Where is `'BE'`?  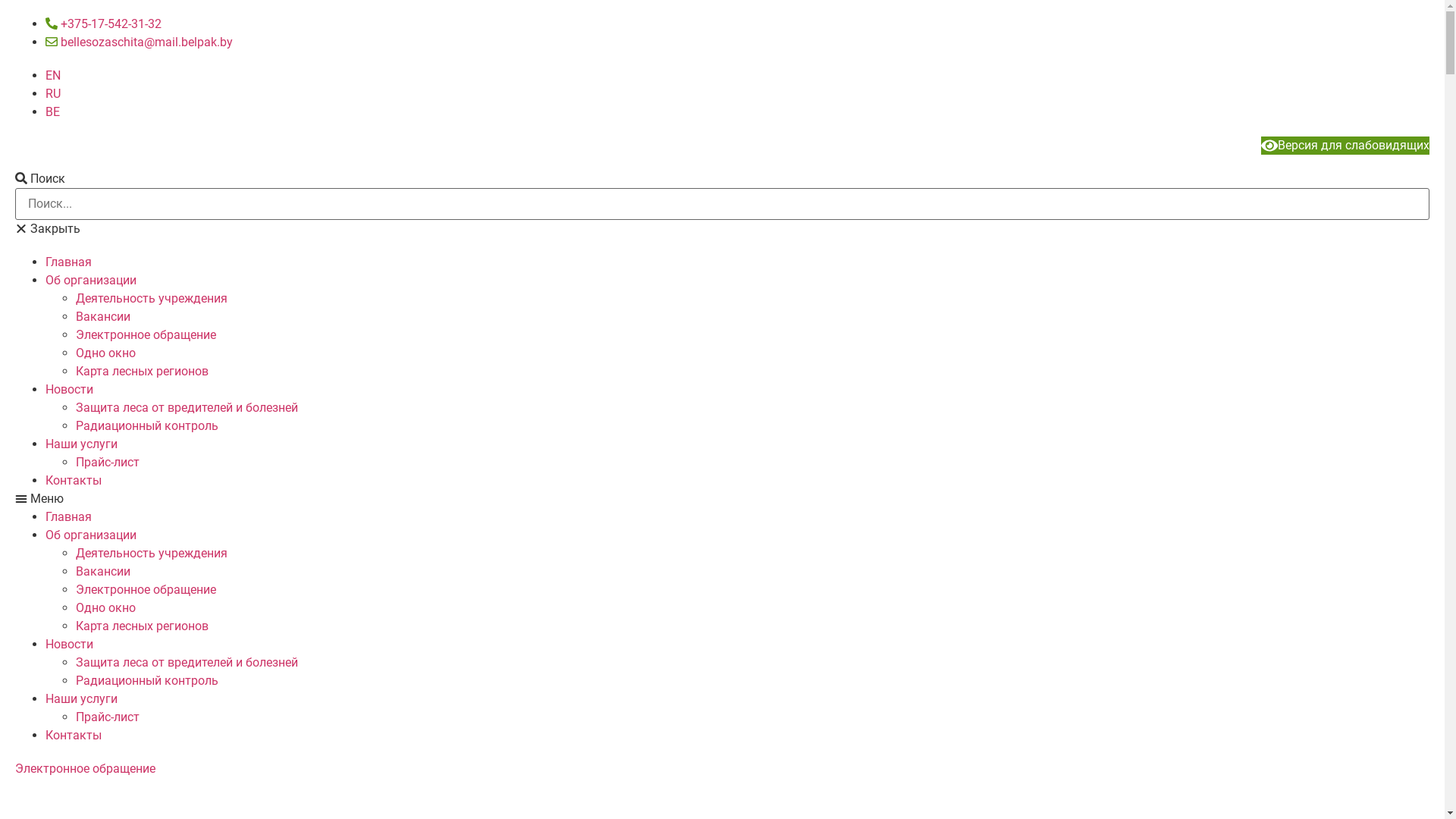
'BE' is located at coordinates (52, 111).